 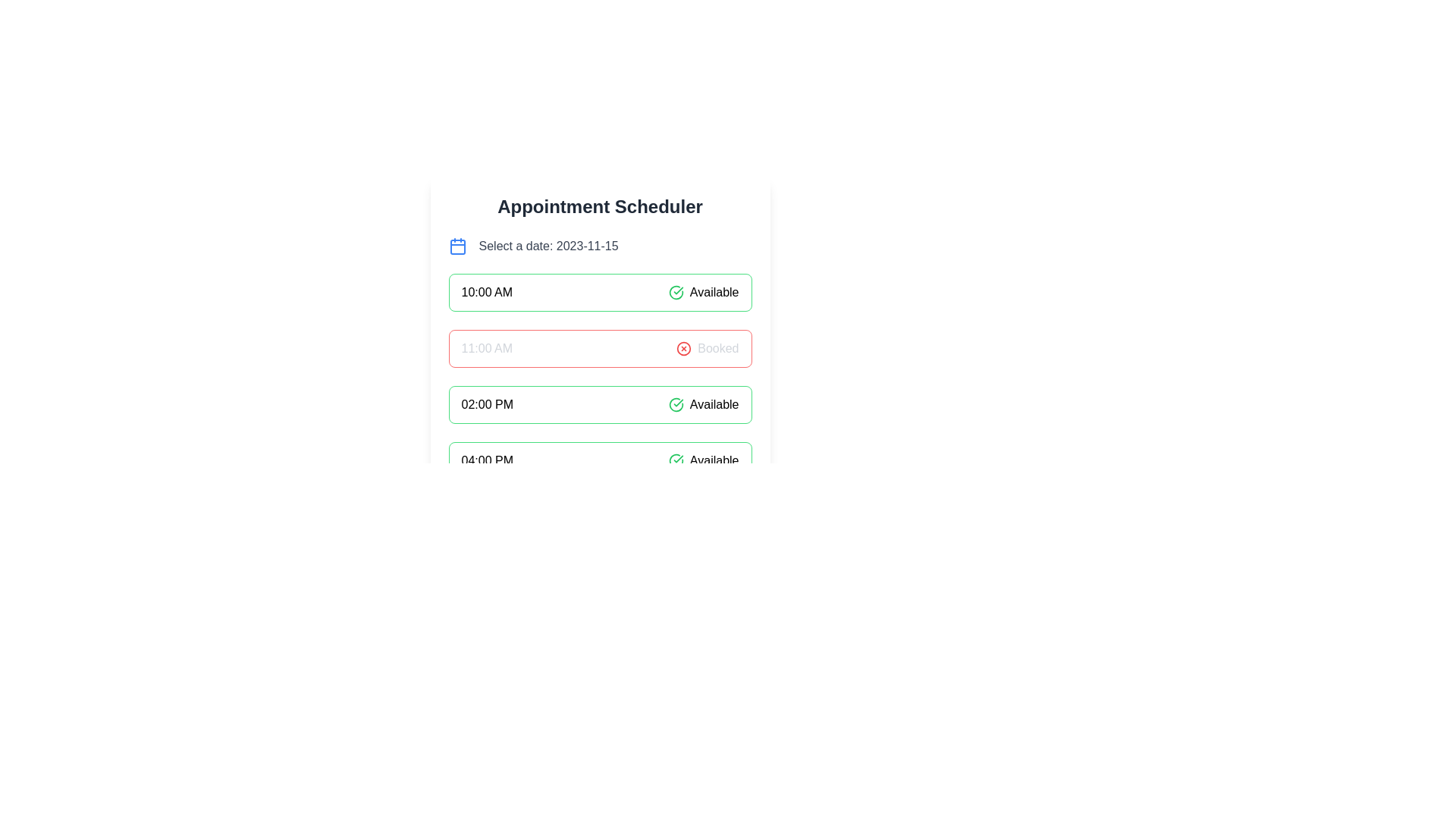 What do you see at coordinates (599, 336) in the screenshot?
I see `the time slot marked '11:00 AM Booked' in the Appointment Scheduler` at bounding box center [599, 336].